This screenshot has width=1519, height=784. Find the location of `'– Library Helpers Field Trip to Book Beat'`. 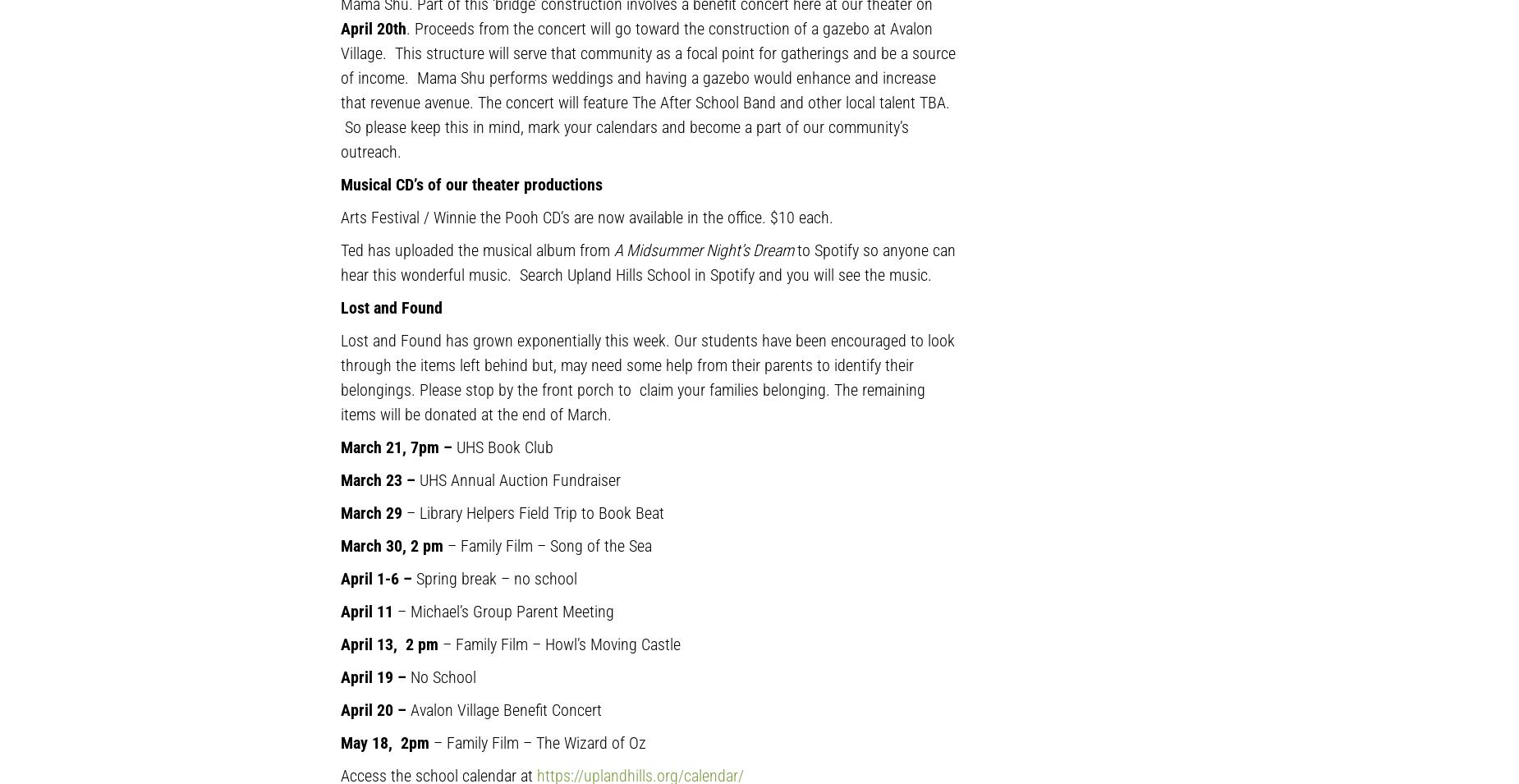

'– Library Helpers Field Trip to Book Beat' is located at coordinates (533, 511).